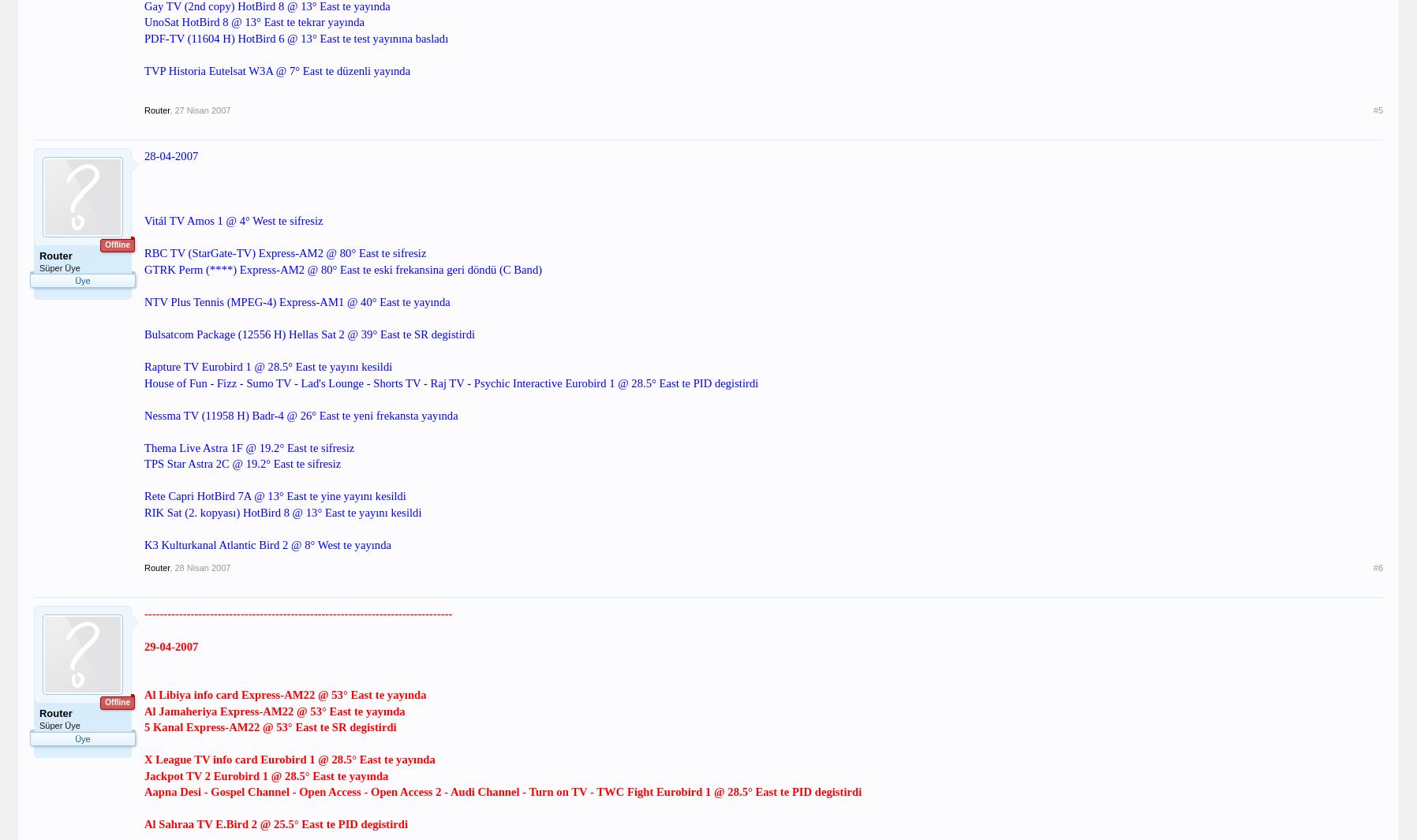 This screenshot has height=840, width=1417. I want to click on 'X League TV info card Eurobird 1 @ 28.5° East te yayında', so click(289, 759).